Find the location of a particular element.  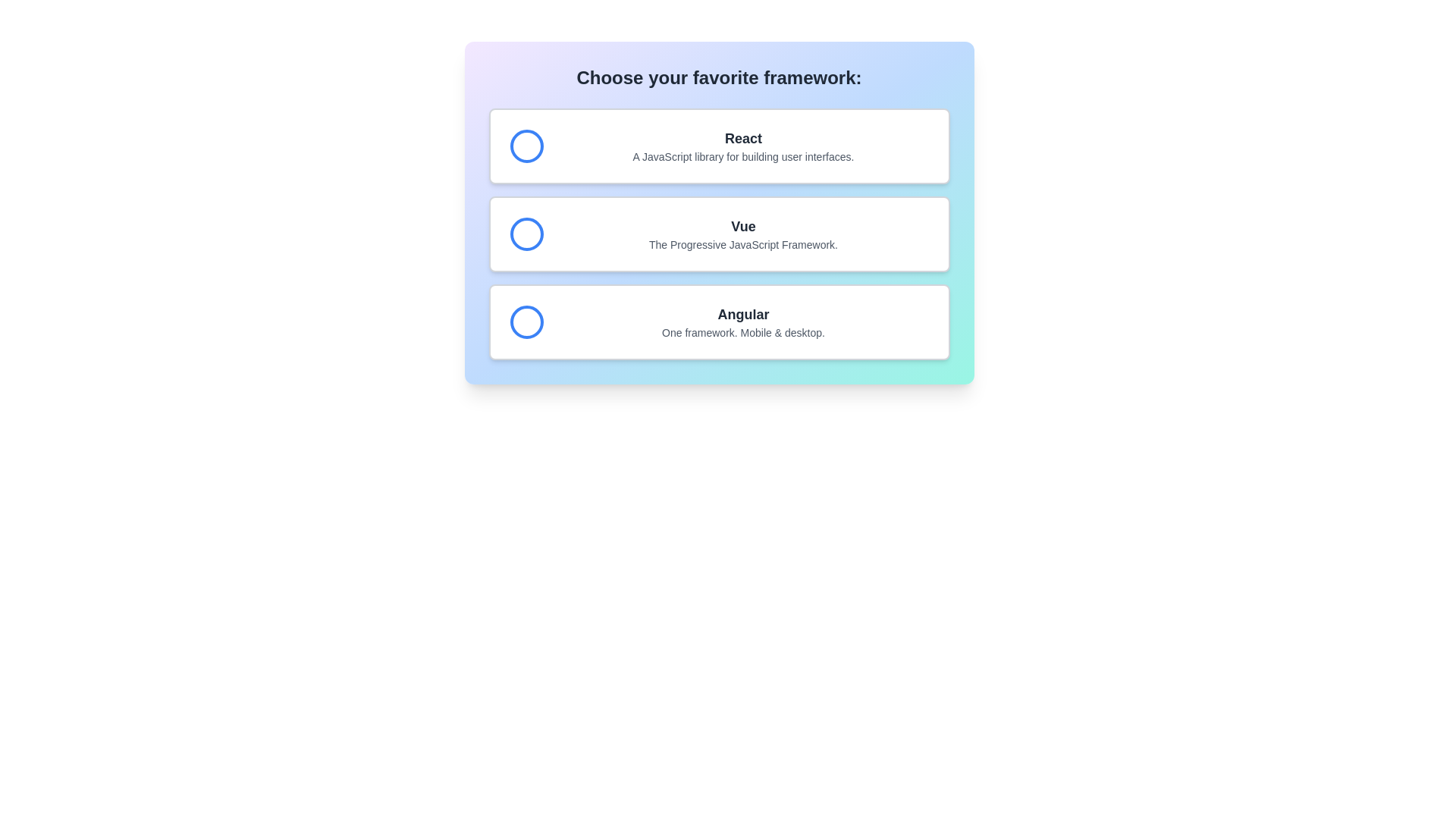

the radio button for the 'Angular' framework option, which is located at the leftmost side of the third row in a vertically stacked list of options is located at coordinates (526, 321).